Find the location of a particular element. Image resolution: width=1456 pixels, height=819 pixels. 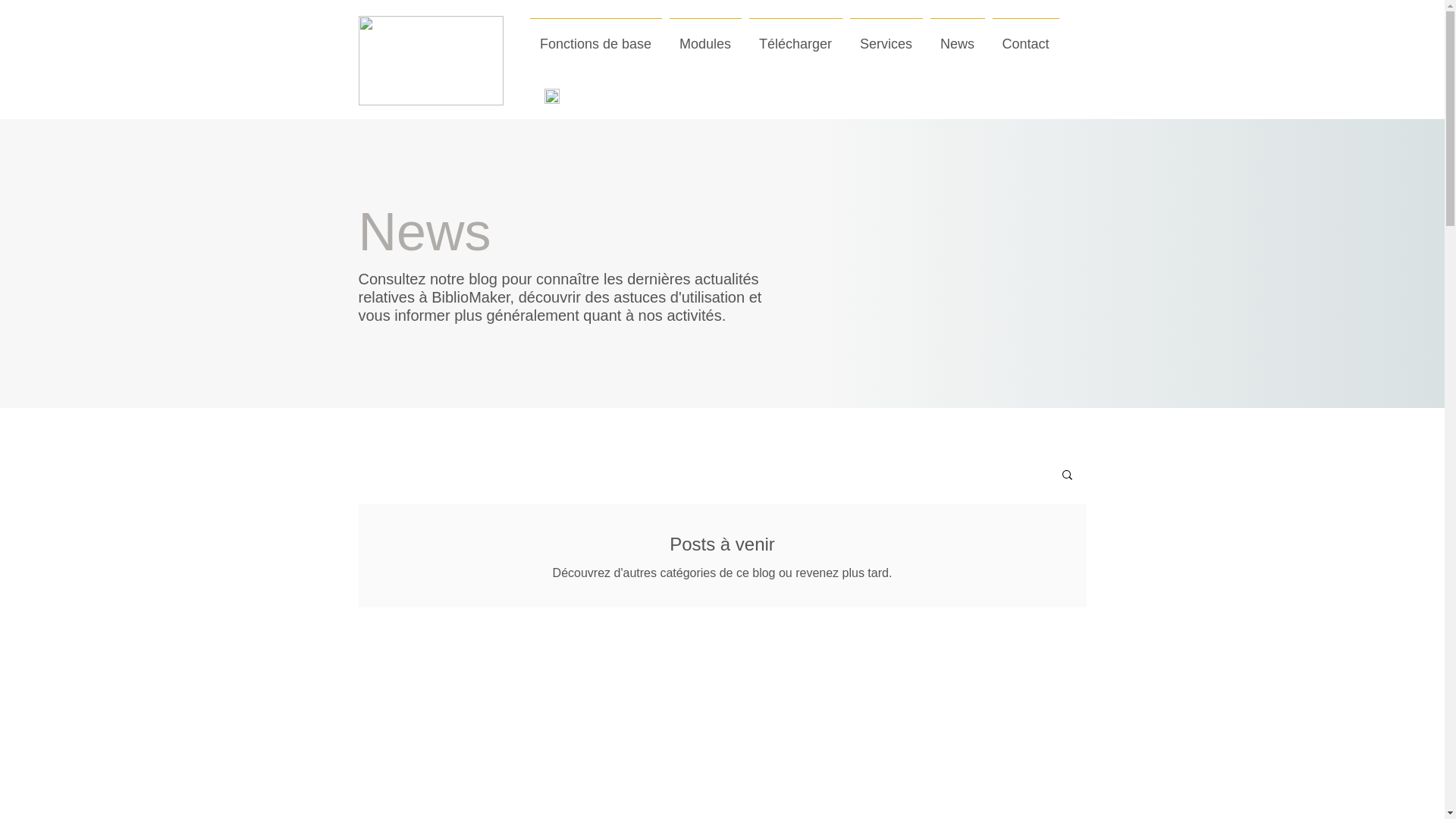

'Contact' is located at coordinates (989, 36).